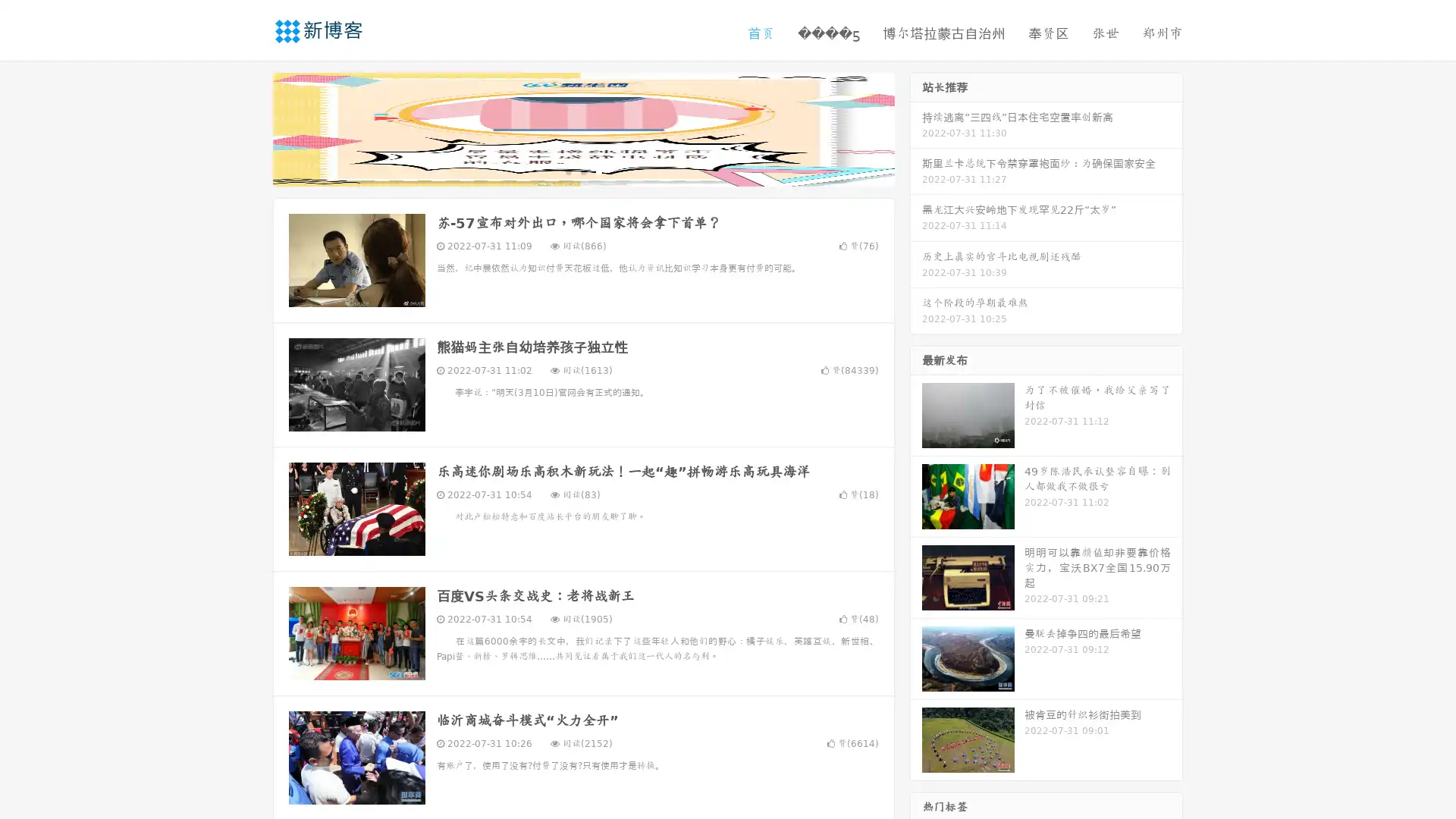  Describe the element at coordinates (582, 171) in the screenshot. I see `Go to slide 2` at that location.